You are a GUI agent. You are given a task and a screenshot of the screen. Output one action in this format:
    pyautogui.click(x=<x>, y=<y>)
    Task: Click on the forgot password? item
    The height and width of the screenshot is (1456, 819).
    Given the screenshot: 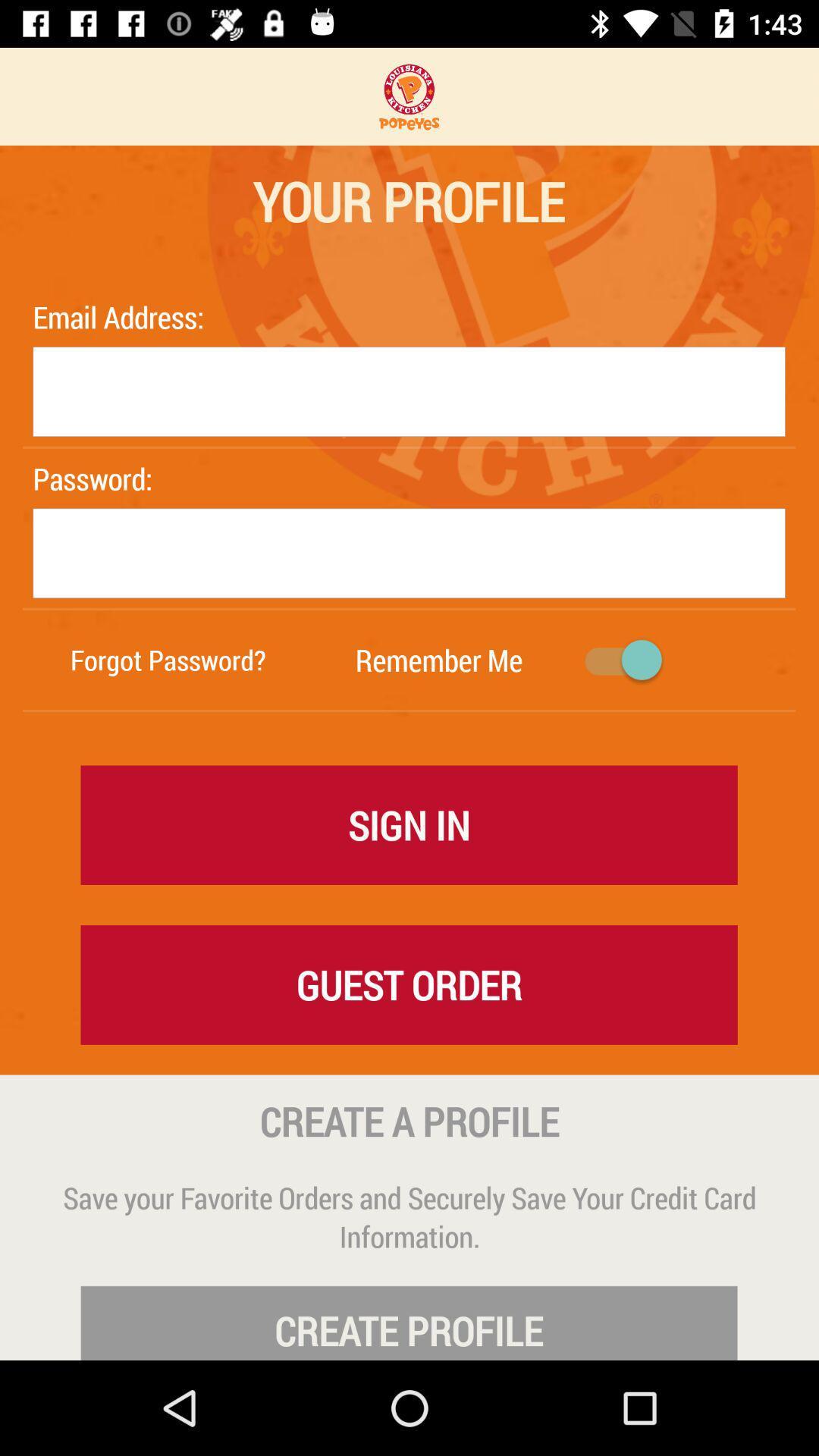 What is the action you would take?
    pyautogui.click(x=168, y=660)
    